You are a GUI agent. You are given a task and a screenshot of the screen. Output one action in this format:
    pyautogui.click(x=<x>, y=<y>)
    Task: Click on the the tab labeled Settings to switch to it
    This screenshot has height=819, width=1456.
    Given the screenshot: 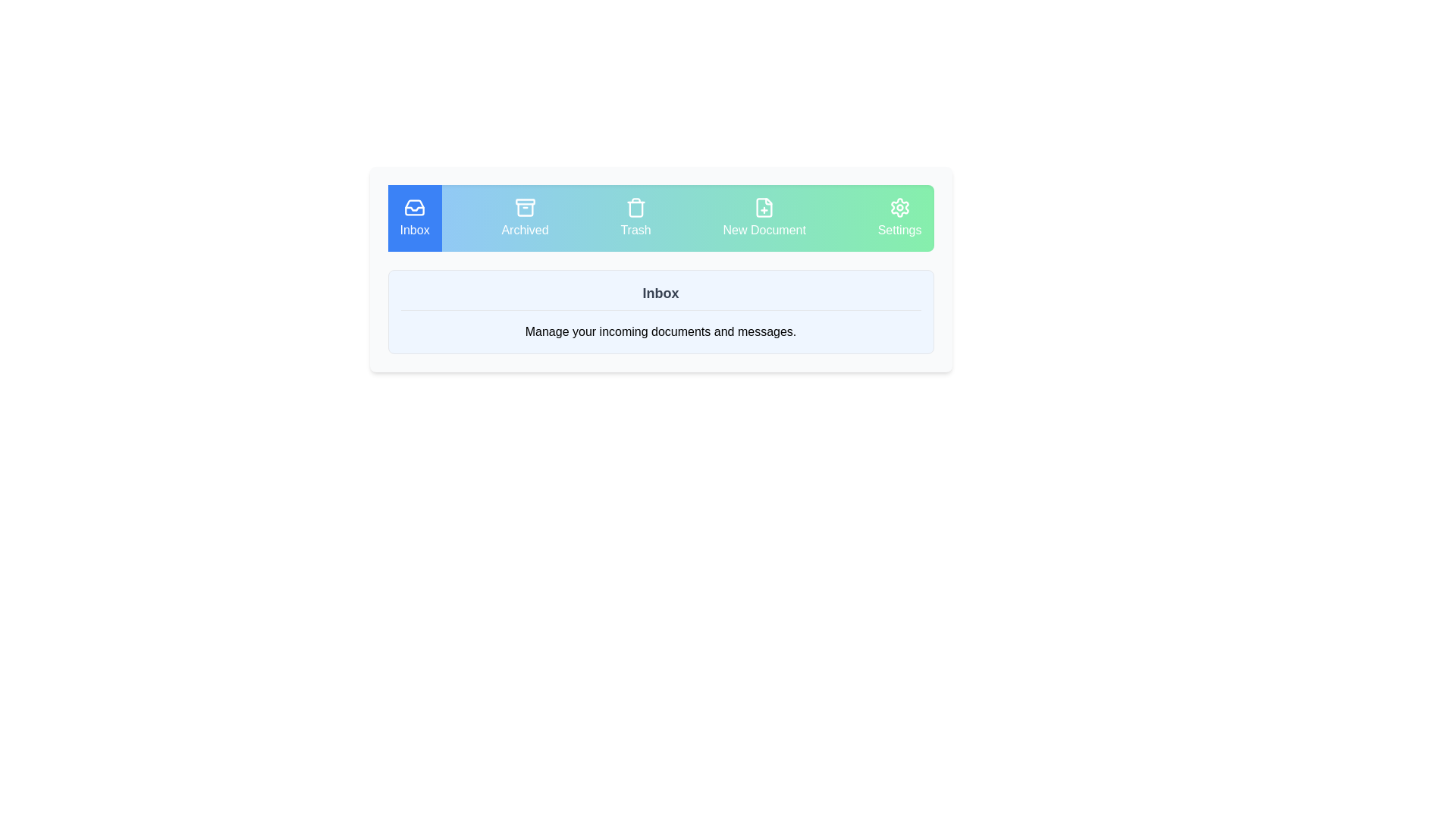 What is the action you would take?
    pyautogui.click(x=899, y=218)
    